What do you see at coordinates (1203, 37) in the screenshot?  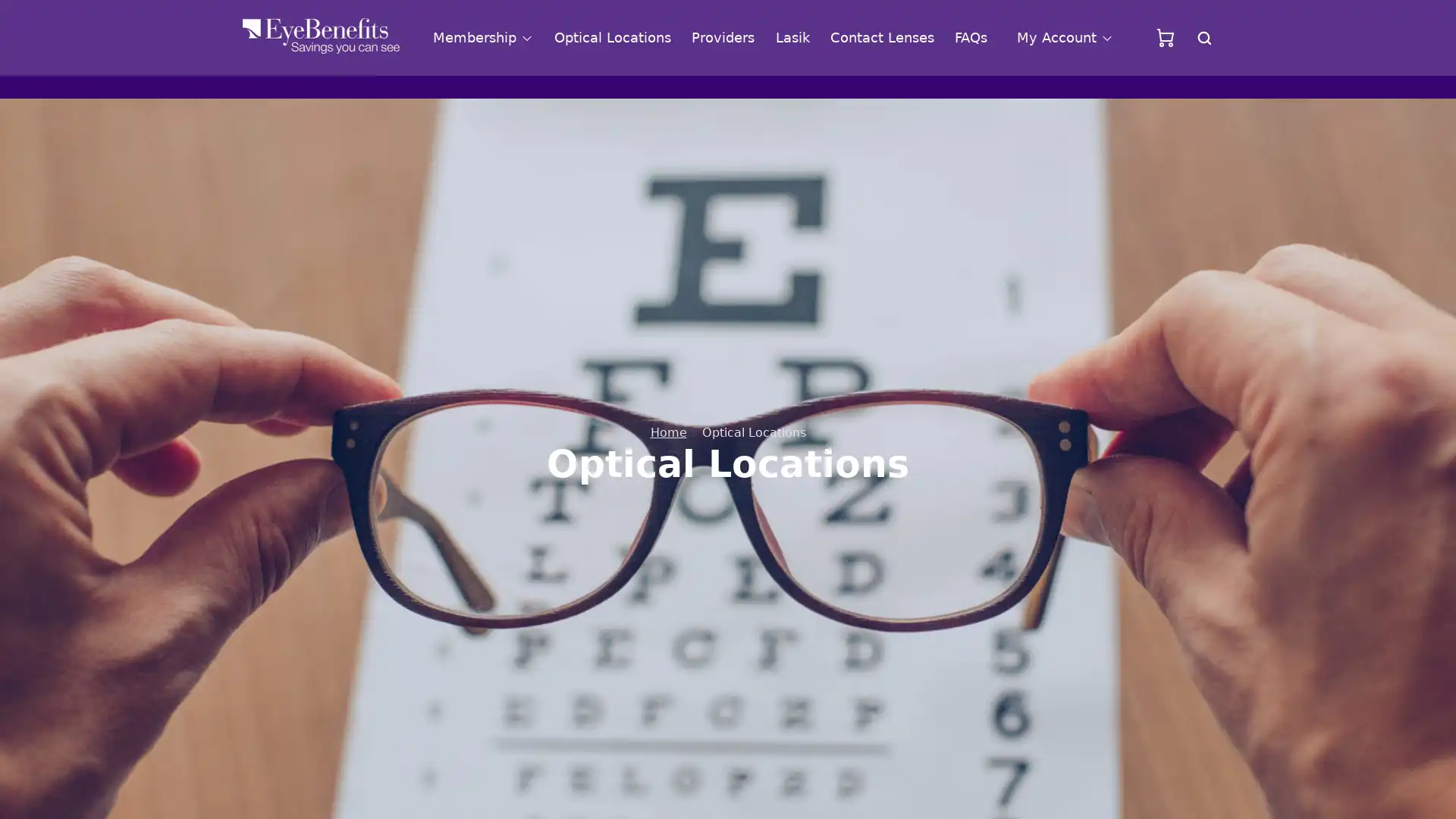 I see `Toggle search` at bounding box center [1203, 37].